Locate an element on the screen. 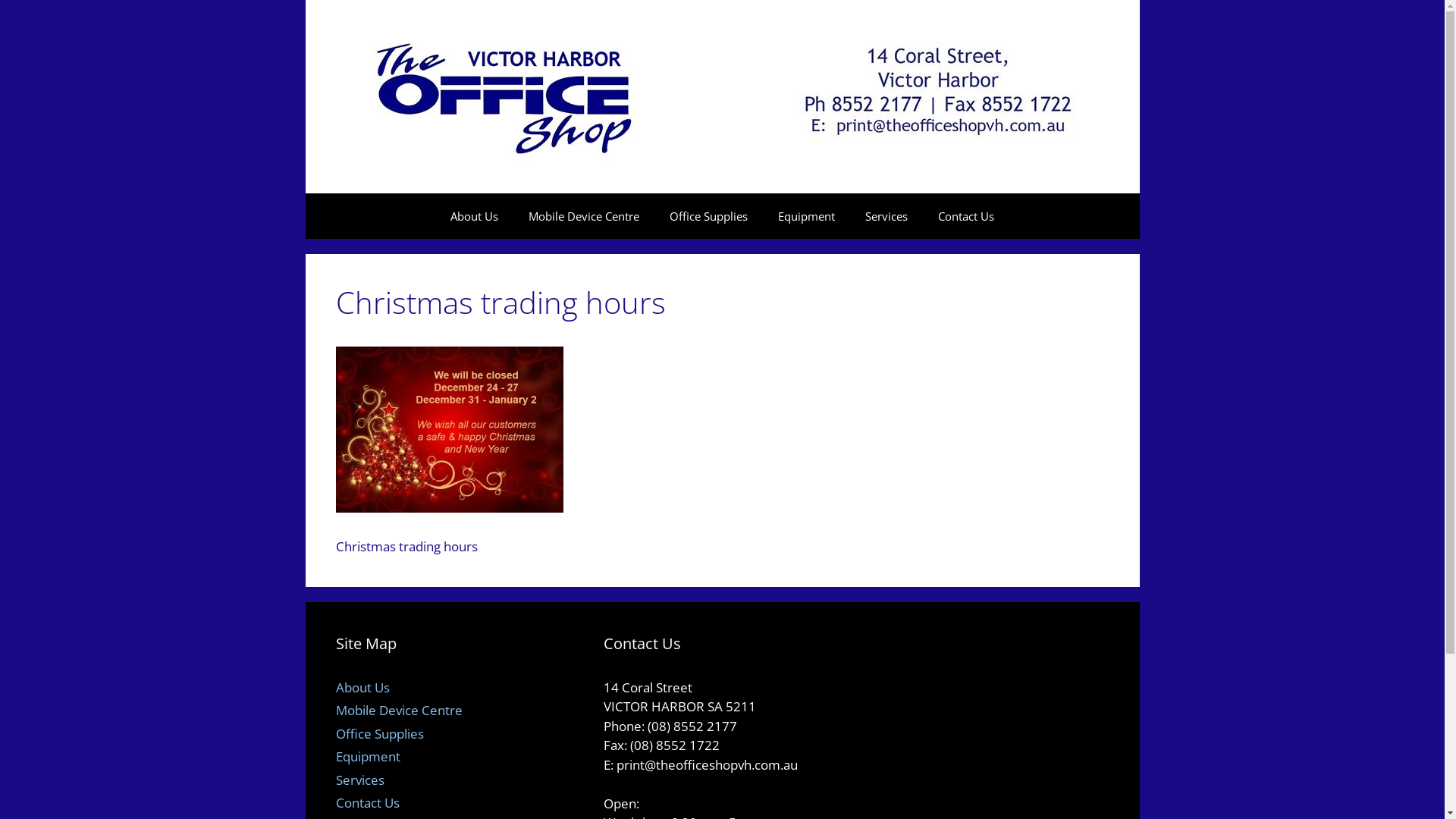 The height and width of the screenshot is (819, 1456). 'Services' is located at coordinates (359, 779).